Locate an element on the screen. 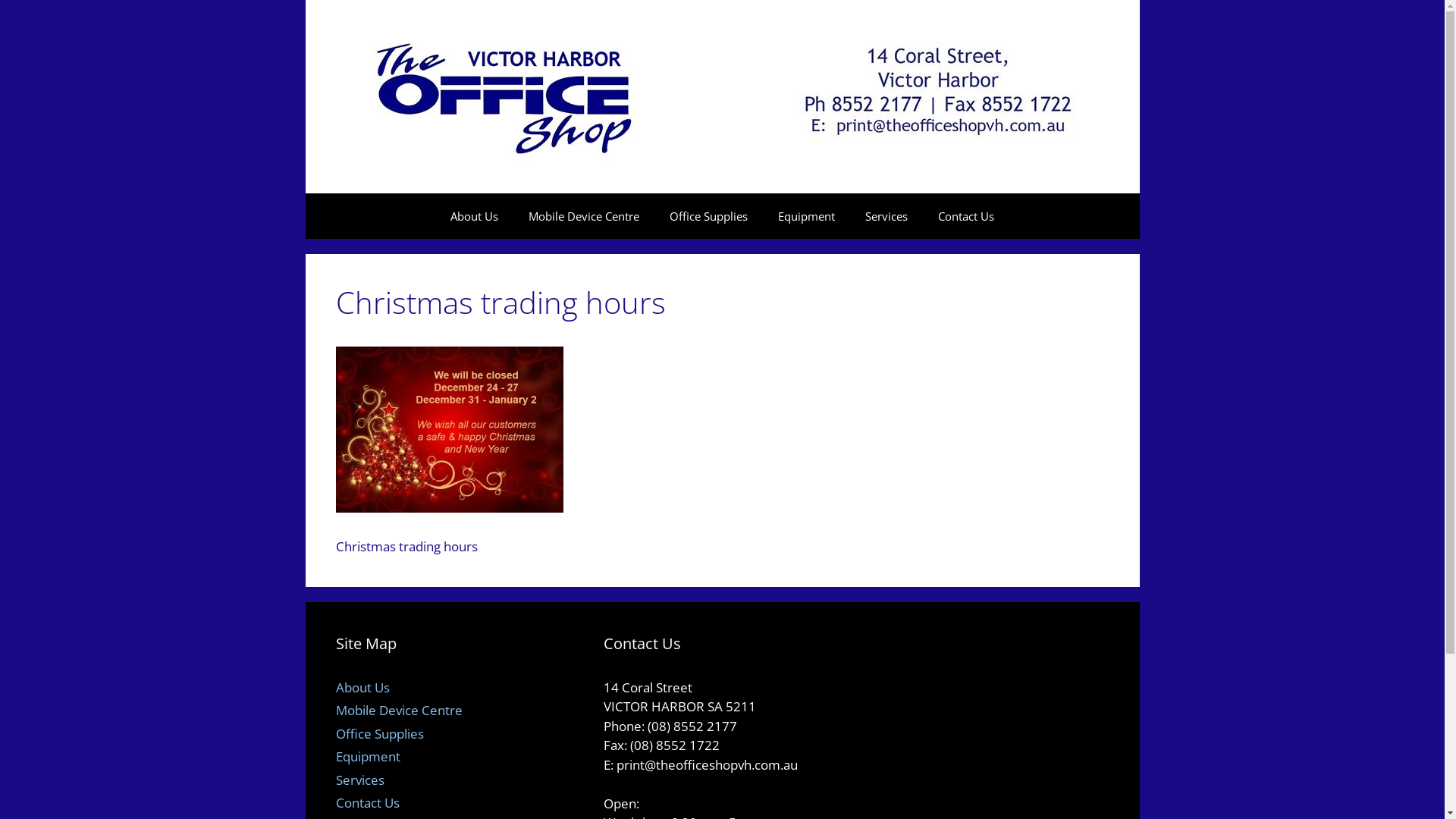 The height and width of the screenshot is (819, 1456). 'Services' is located at coordinates (359, 779).